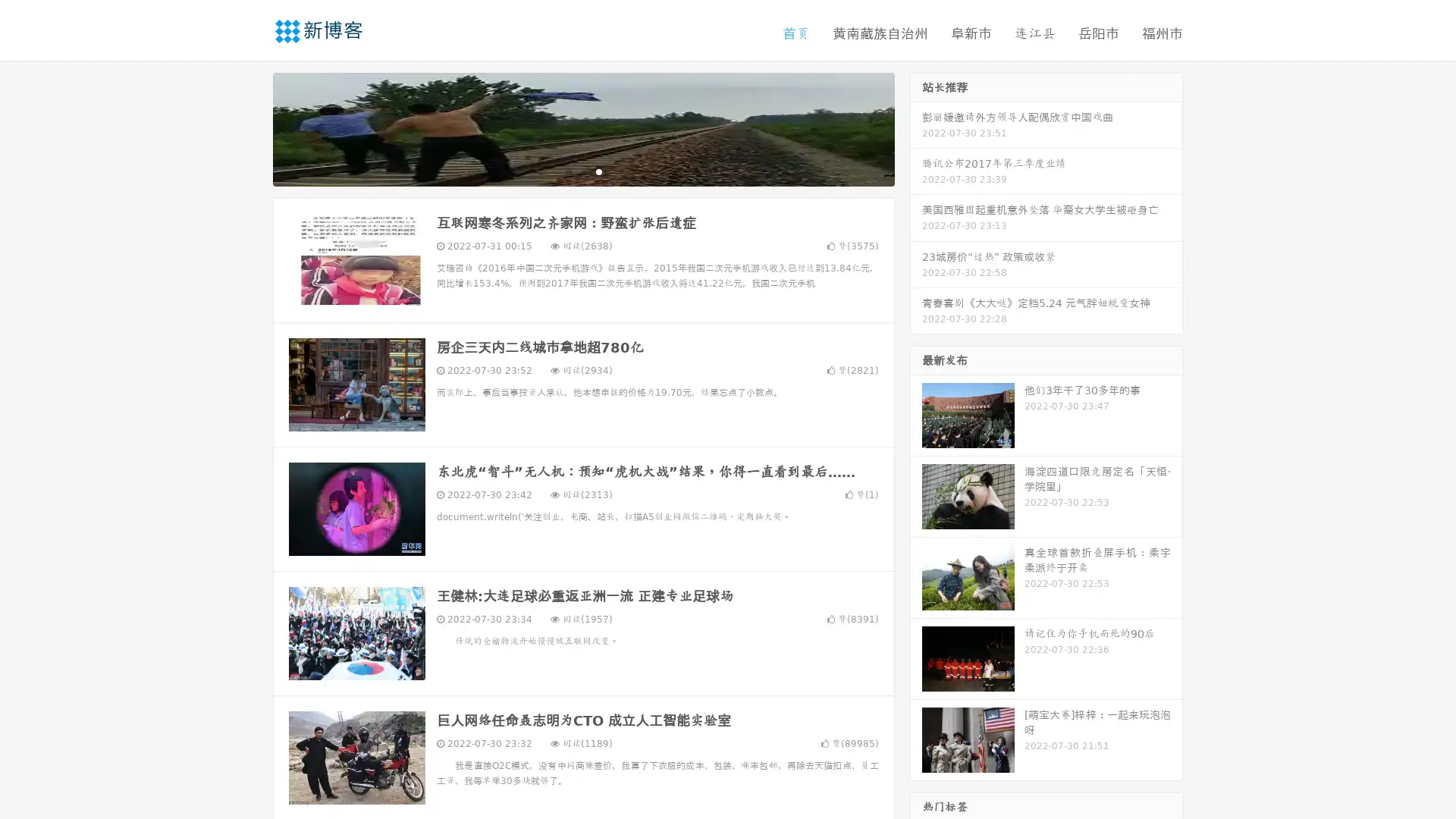  What do you see at coordinates (567, 171) in the screenshot?
I see `Go to slide 1` at bounding box center [567, 171].